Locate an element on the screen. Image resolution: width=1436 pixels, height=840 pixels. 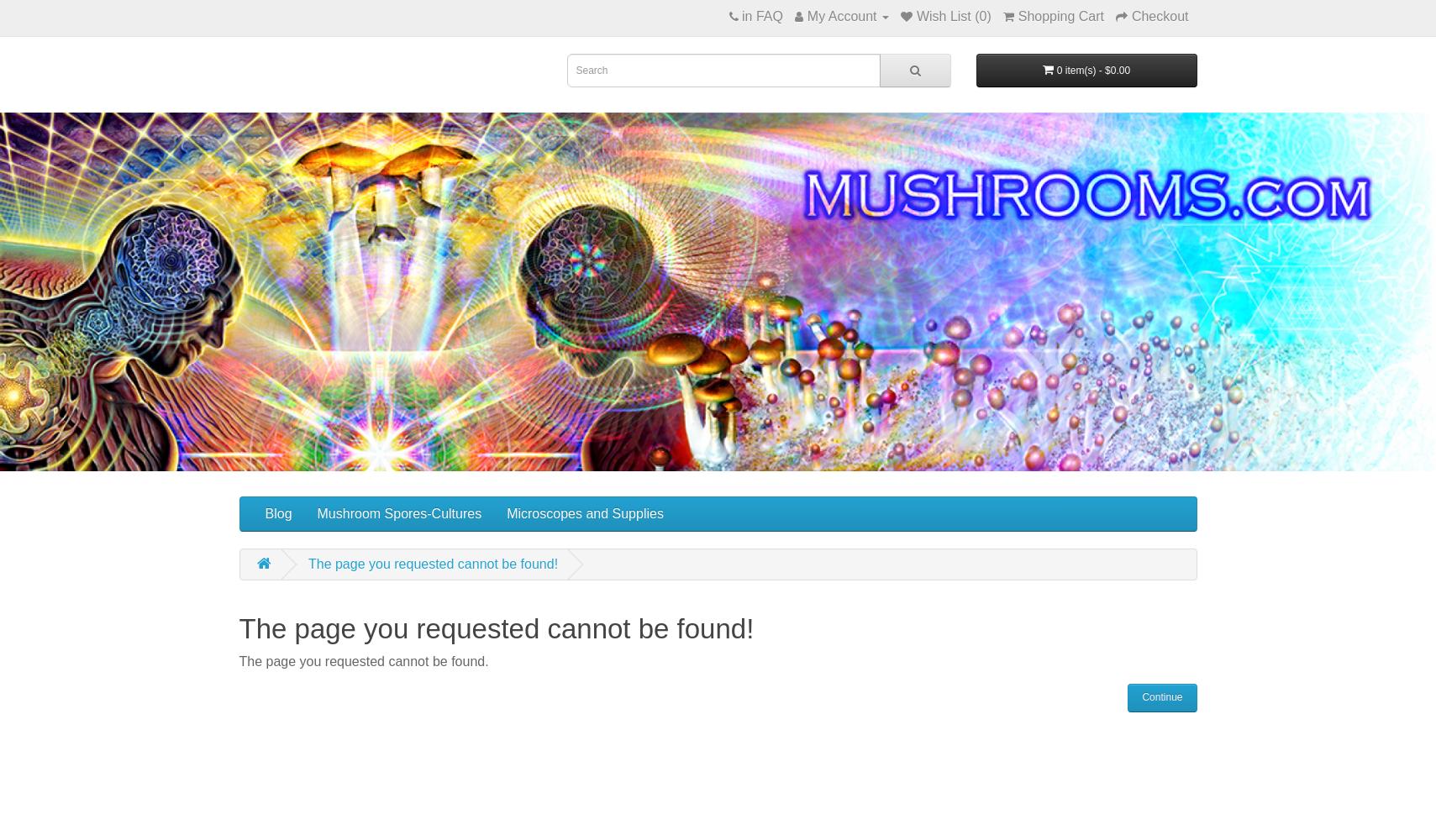
'0 item(s) - $0.00' is located at coordinates (1093, 70).